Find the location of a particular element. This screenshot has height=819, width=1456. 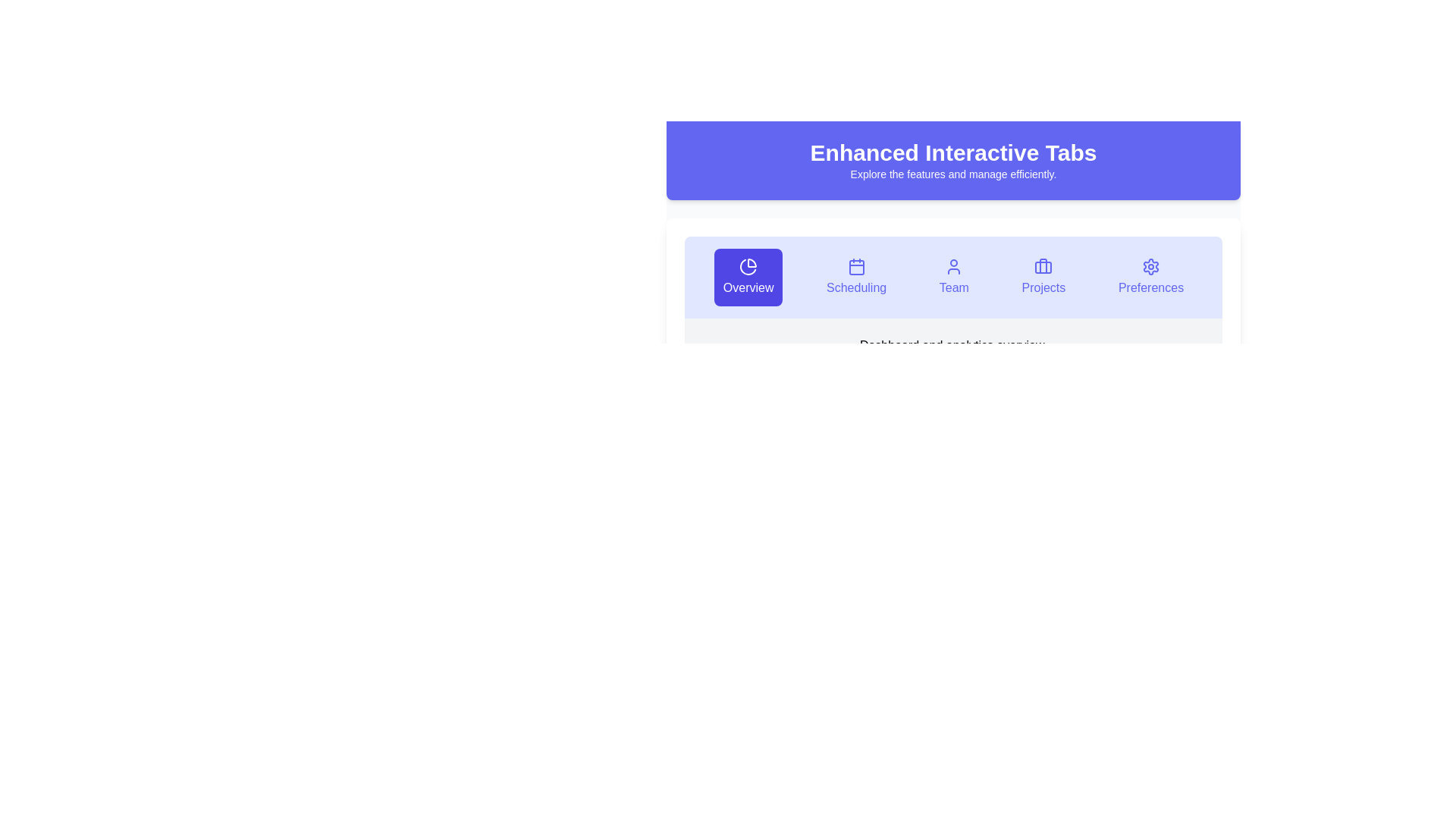

the rectangular SVG element with rounded corners and a light blue background located in the second position of the 'Scheduling' tab under 'Enhanced Interactive Tabs' is located at coordinates (856, 267).